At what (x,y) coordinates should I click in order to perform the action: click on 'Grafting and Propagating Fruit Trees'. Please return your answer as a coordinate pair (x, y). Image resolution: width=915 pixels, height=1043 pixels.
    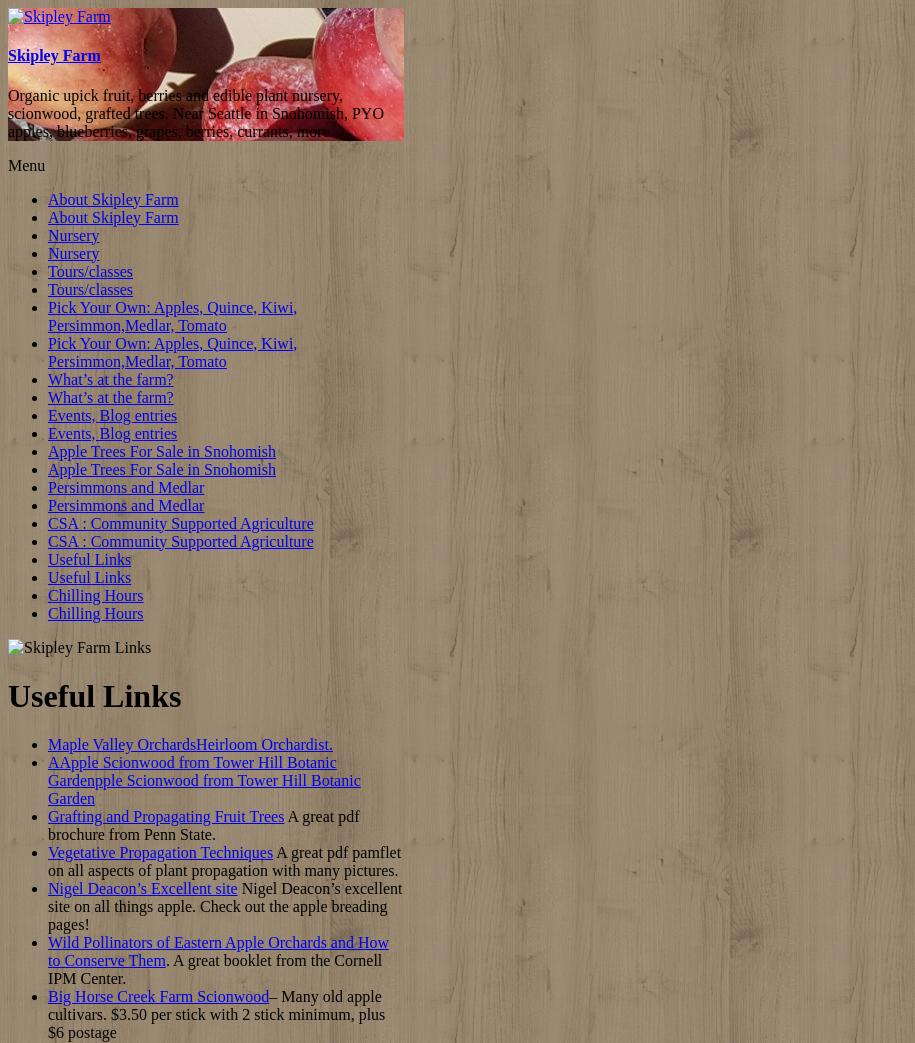
    Looking at the image, I should click on (164, 815).